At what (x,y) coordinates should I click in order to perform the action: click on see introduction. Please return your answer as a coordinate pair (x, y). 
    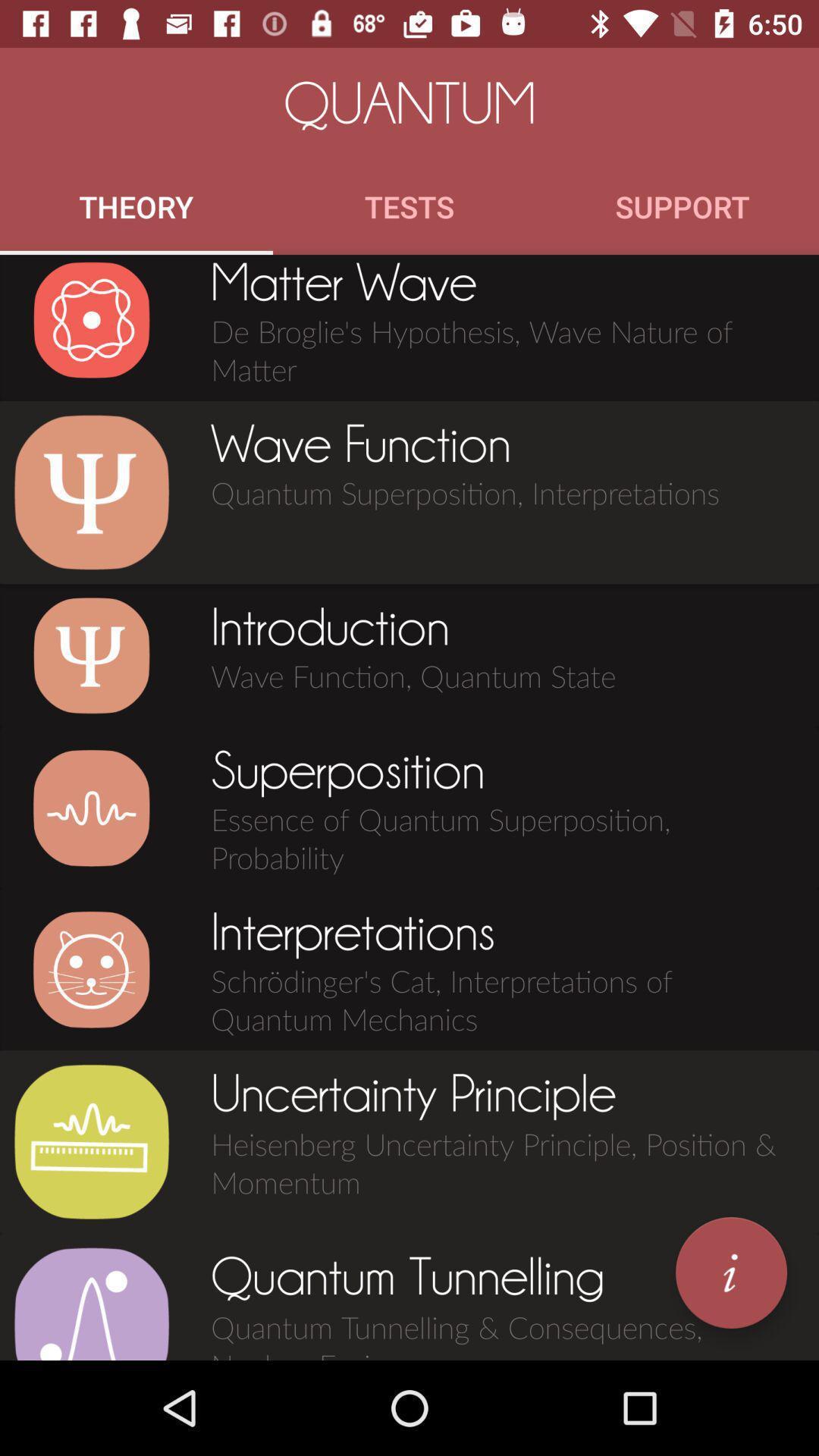
    Looking at the image, I should click on (91, 655).